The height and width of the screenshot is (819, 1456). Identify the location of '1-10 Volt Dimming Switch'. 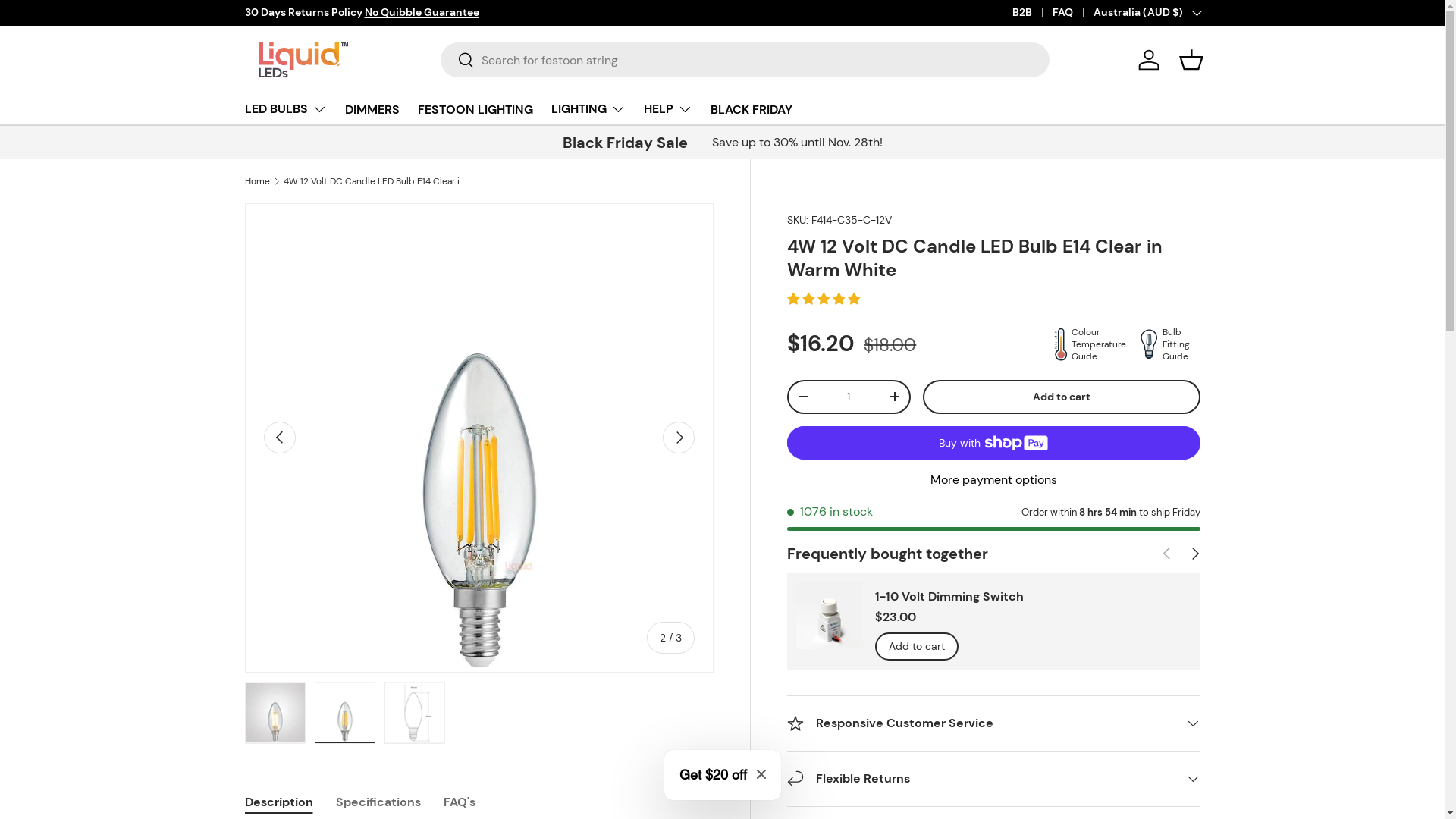
(949, 595).